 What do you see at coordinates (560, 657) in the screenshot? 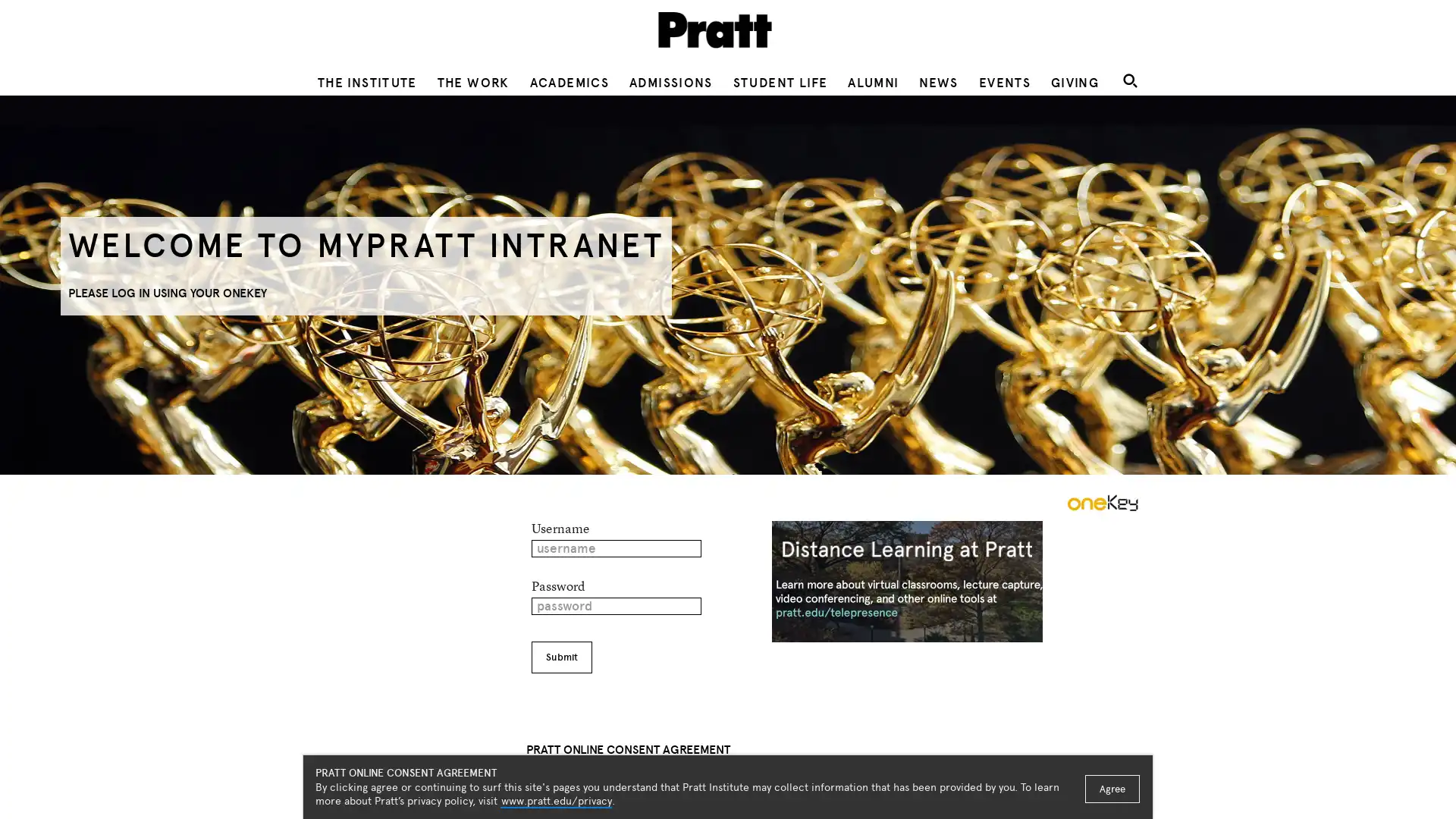
I see `Submit` at bounding box center [560, 657].